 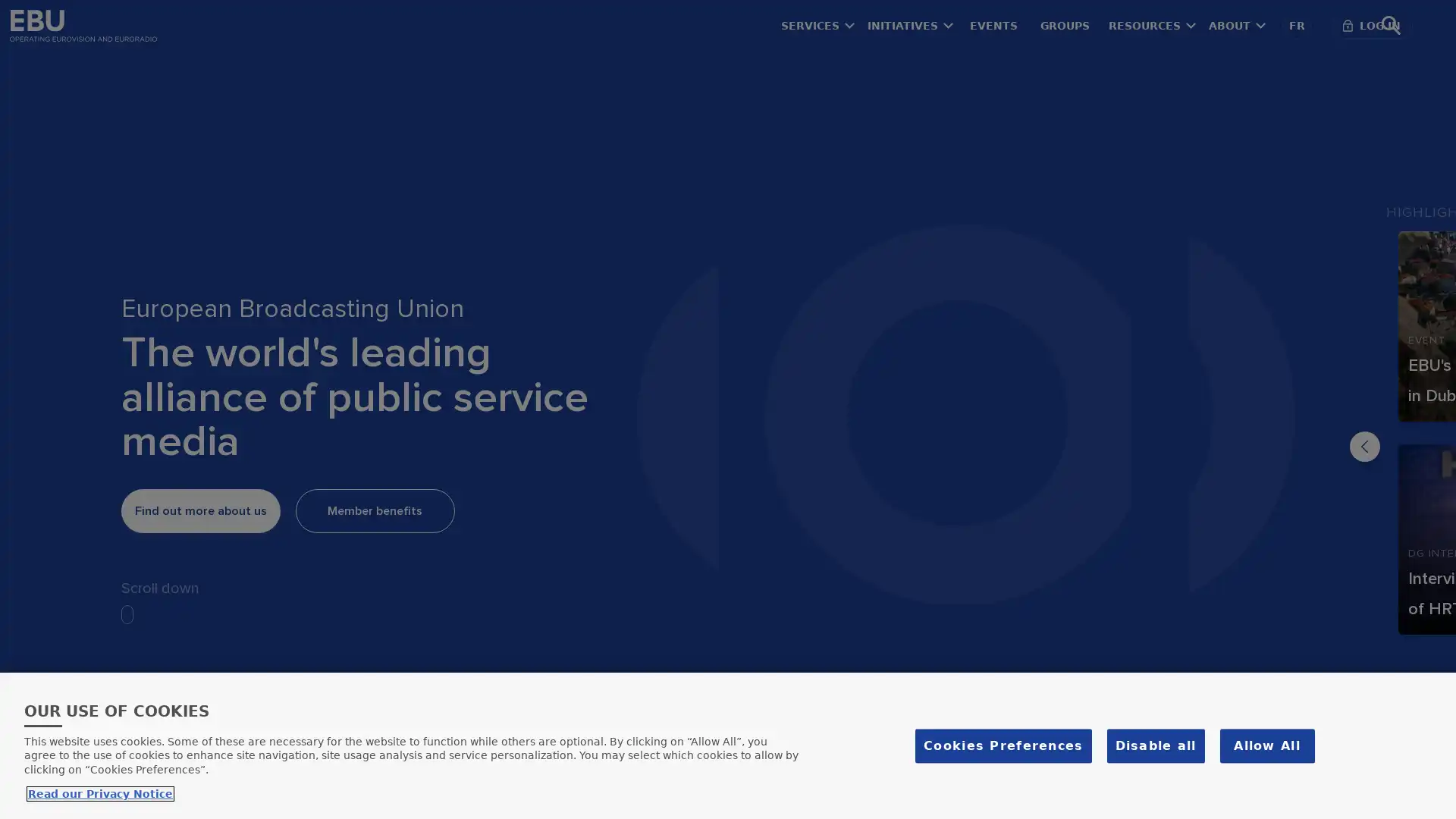 I want to click on Disable all, so click(x=1154, y=745).